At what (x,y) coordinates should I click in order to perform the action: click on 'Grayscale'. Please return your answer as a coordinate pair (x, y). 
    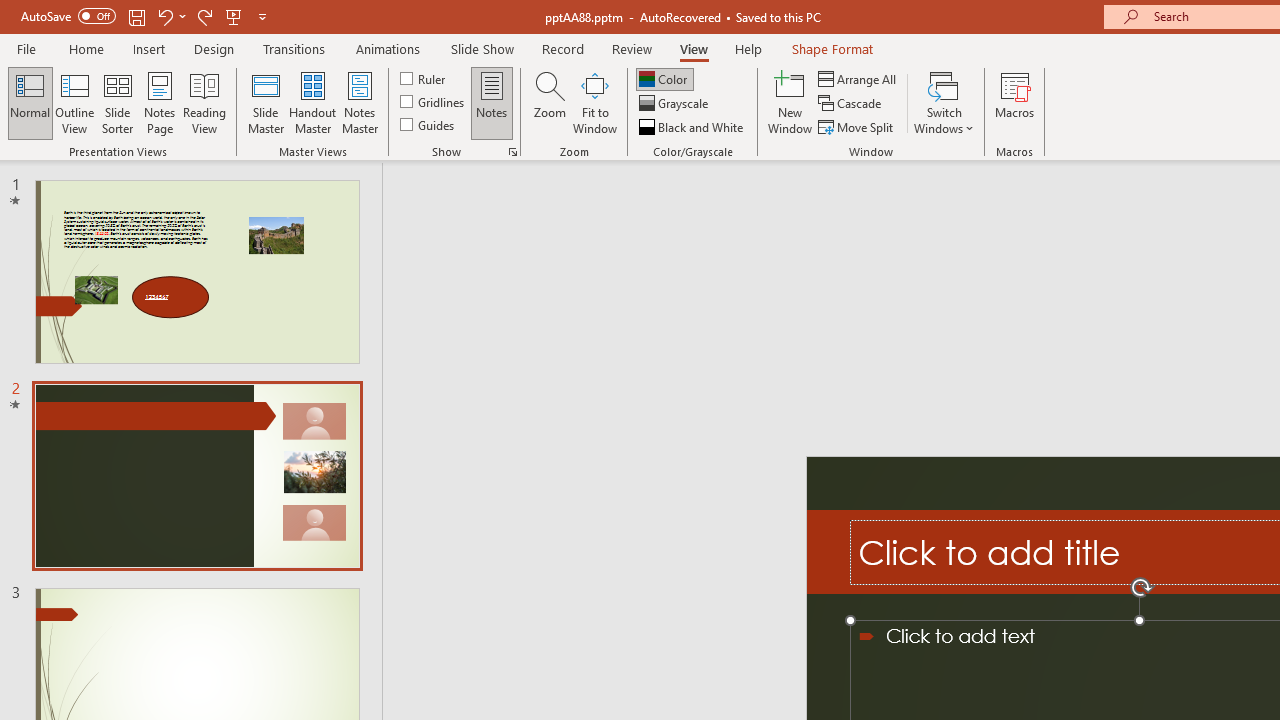
    Looking at the image, I should click on (675, 103).